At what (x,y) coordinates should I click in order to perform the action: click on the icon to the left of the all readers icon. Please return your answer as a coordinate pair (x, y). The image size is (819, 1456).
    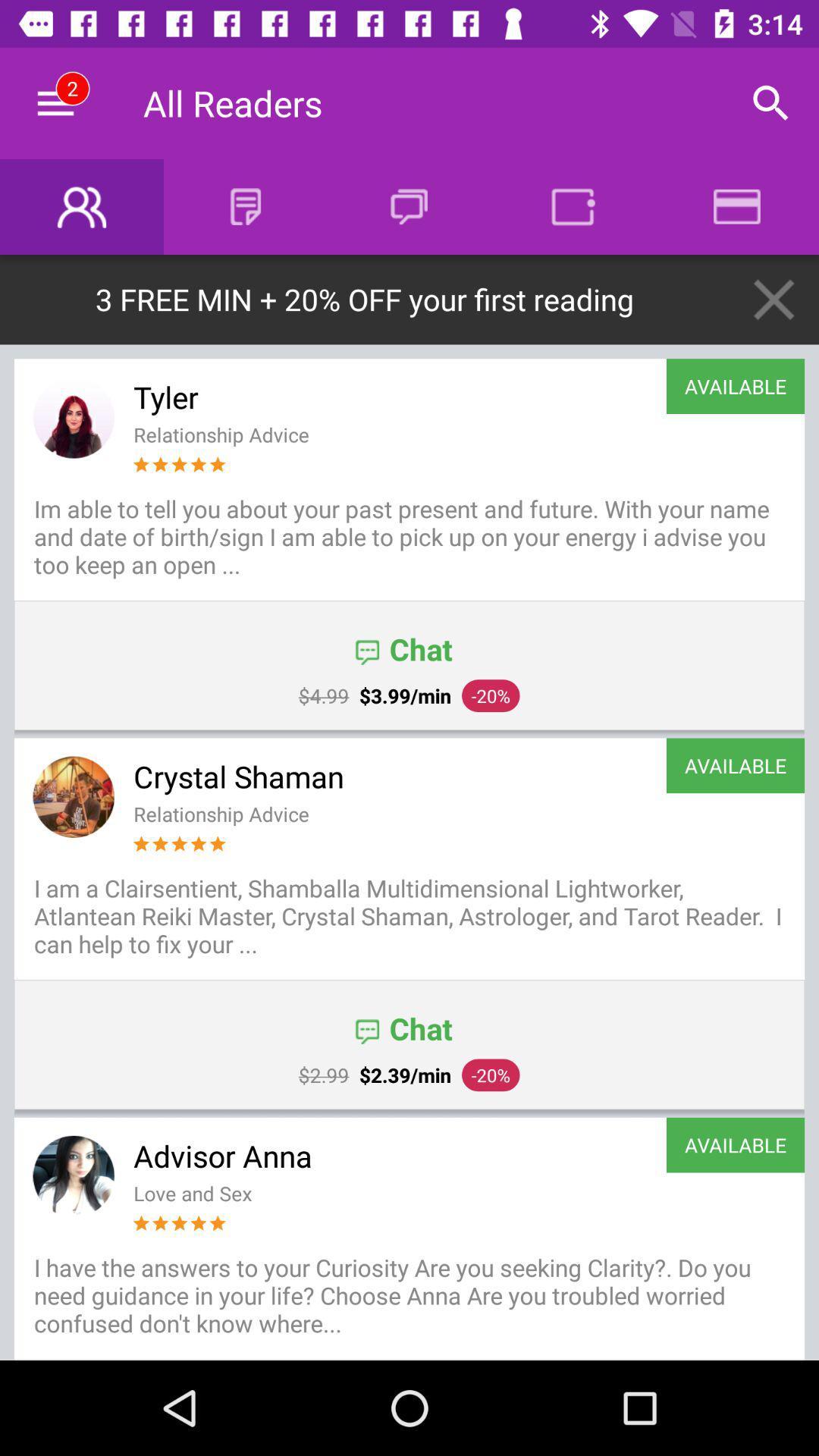
    Looking at the image, I should click on (55, 102).